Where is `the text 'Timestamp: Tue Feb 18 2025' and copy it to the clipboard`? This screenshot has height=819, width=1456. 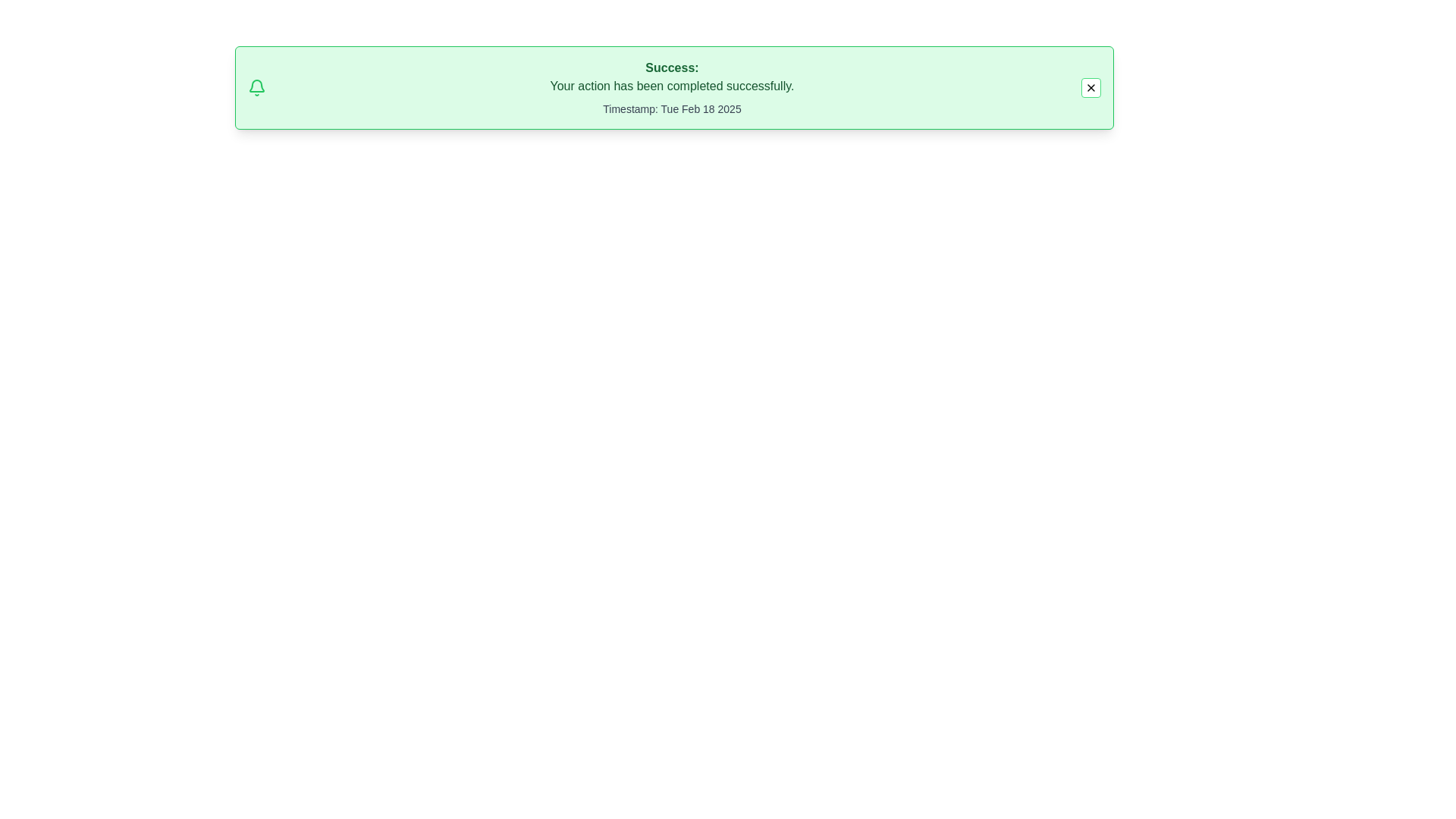 the text 'Timestamp: Tue Feb 18 2025' and copy it to the clipboard is located at coordinates (671, 108).